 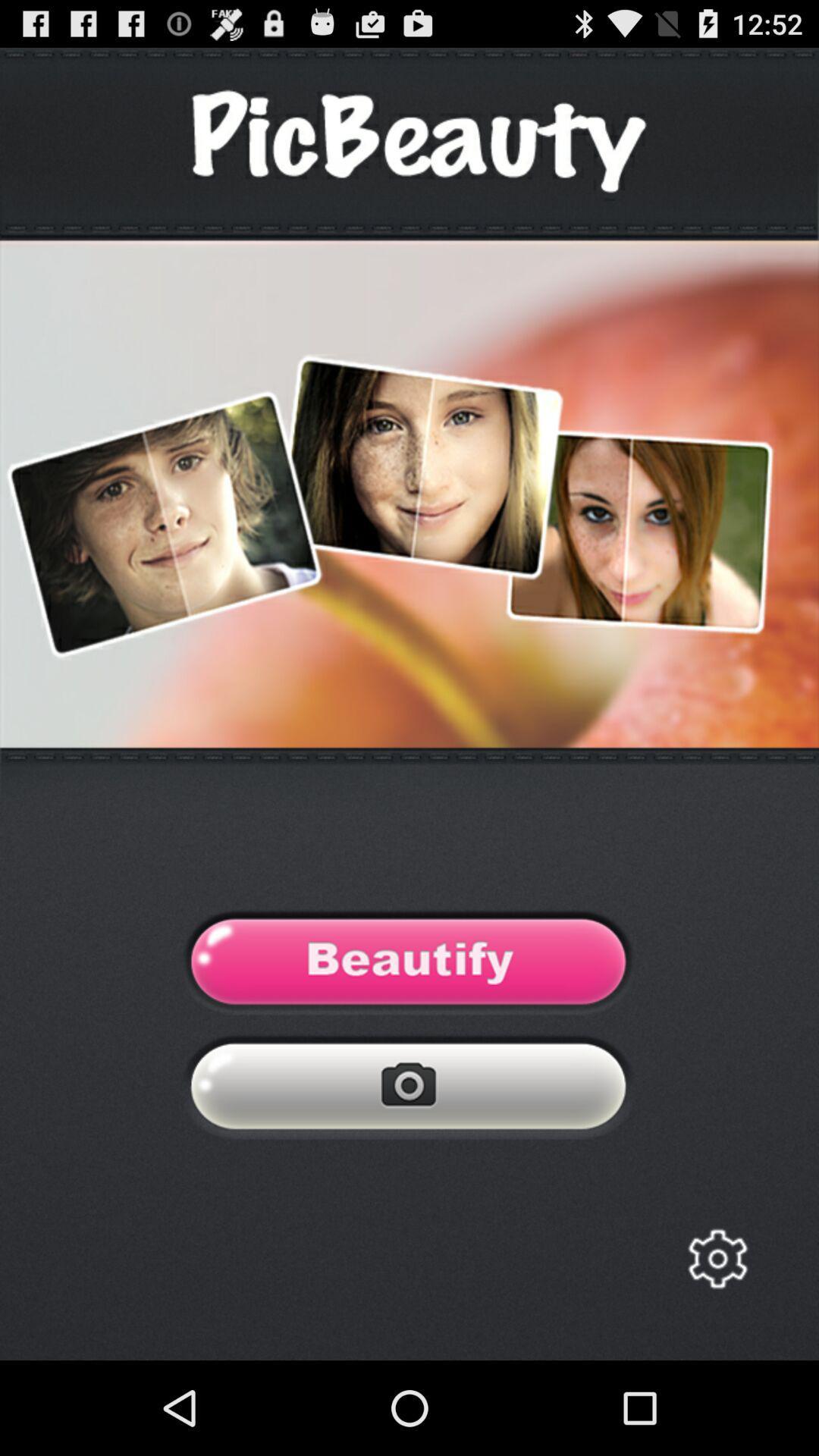 I want to click on open settings, so click(x=717, y=1259).